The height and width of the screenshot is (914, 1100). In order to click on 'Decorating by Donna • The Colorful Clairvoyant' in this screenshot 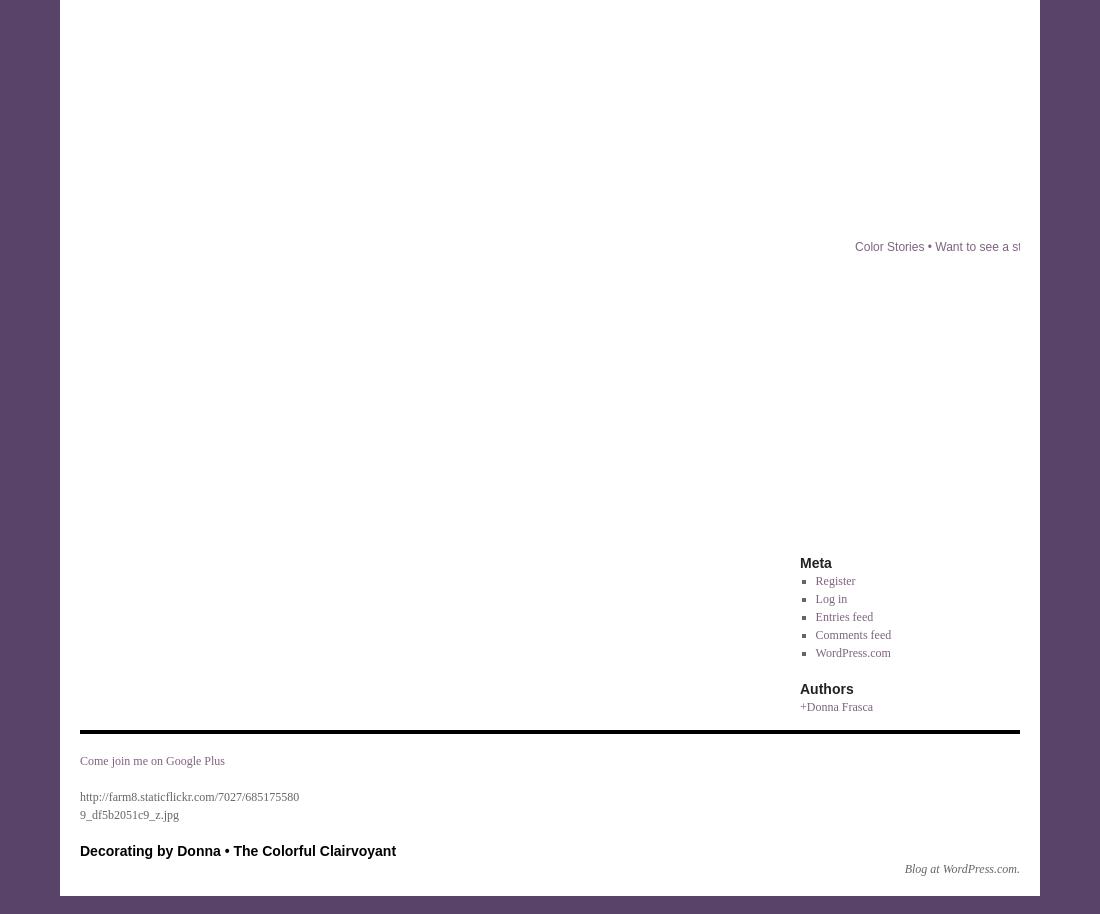, I will do `click(79, 851)`.